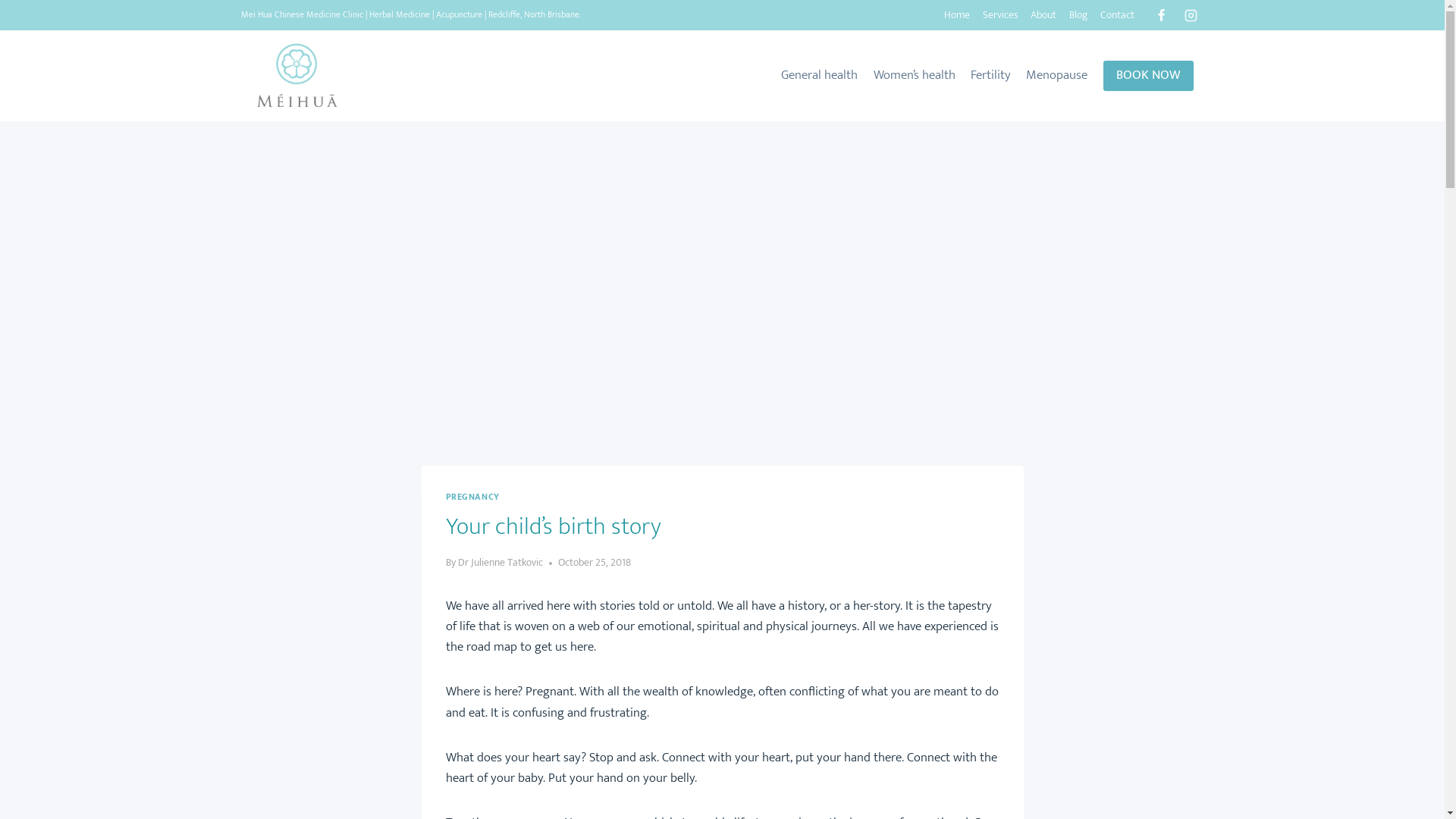 The image size is (1456, 819). I want to click on 'BOOK NOW', so click(1147, 76).